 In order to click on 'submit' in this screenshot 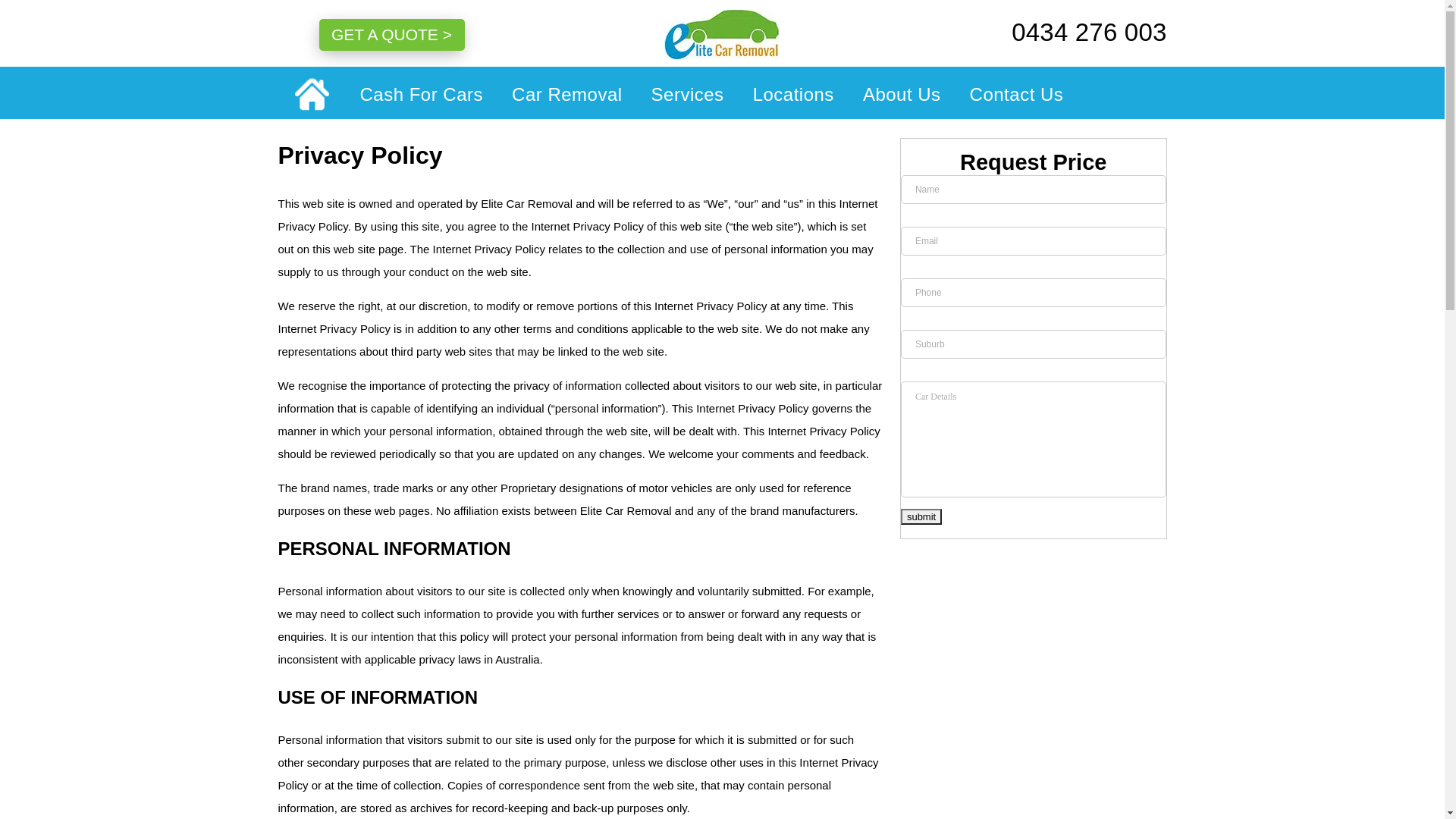, I will do `click(920, 516)`.